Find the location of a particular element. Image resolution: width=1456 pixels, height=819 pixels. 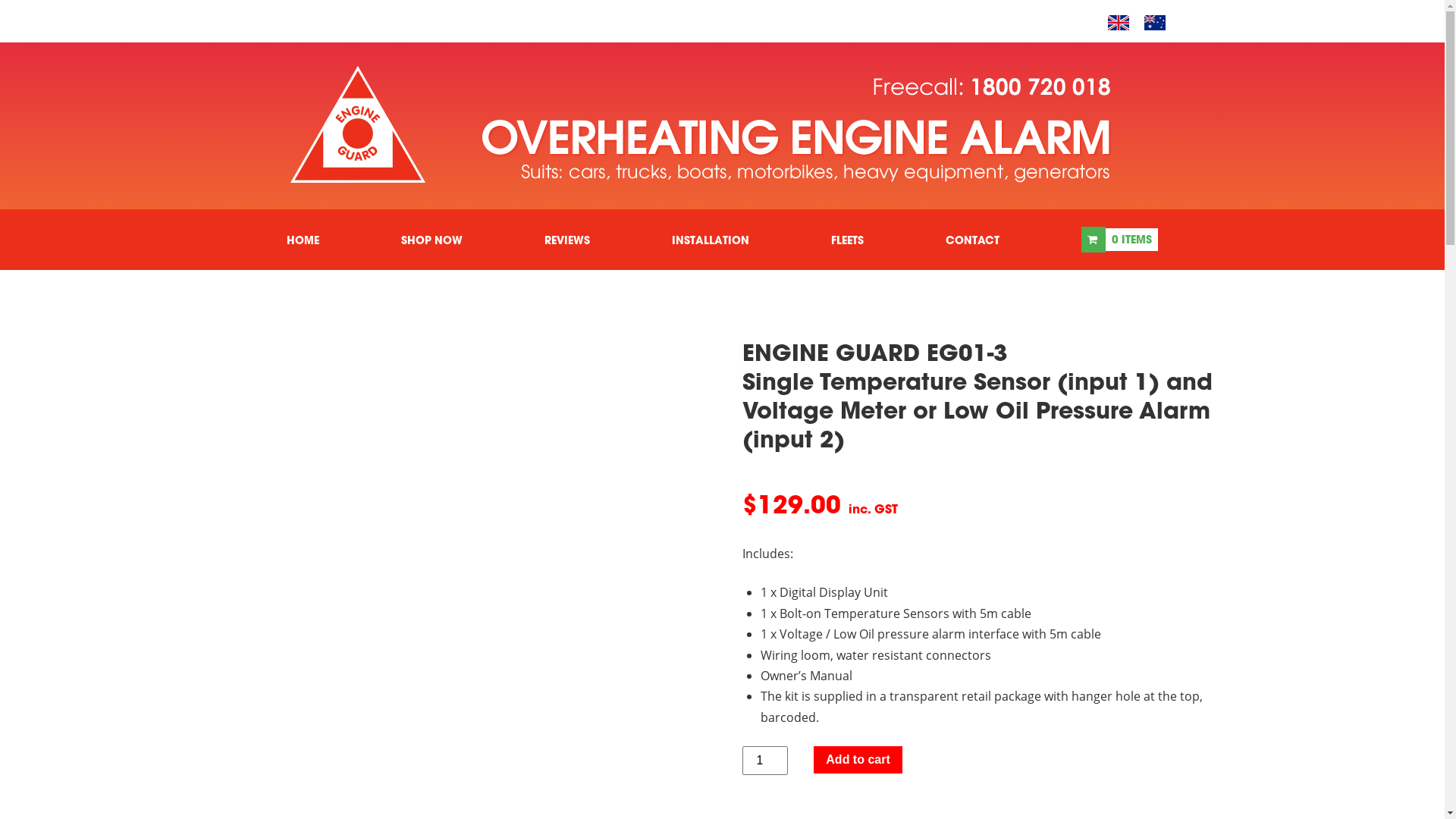

'REVIEWS' is located at coordinates (566, 239).